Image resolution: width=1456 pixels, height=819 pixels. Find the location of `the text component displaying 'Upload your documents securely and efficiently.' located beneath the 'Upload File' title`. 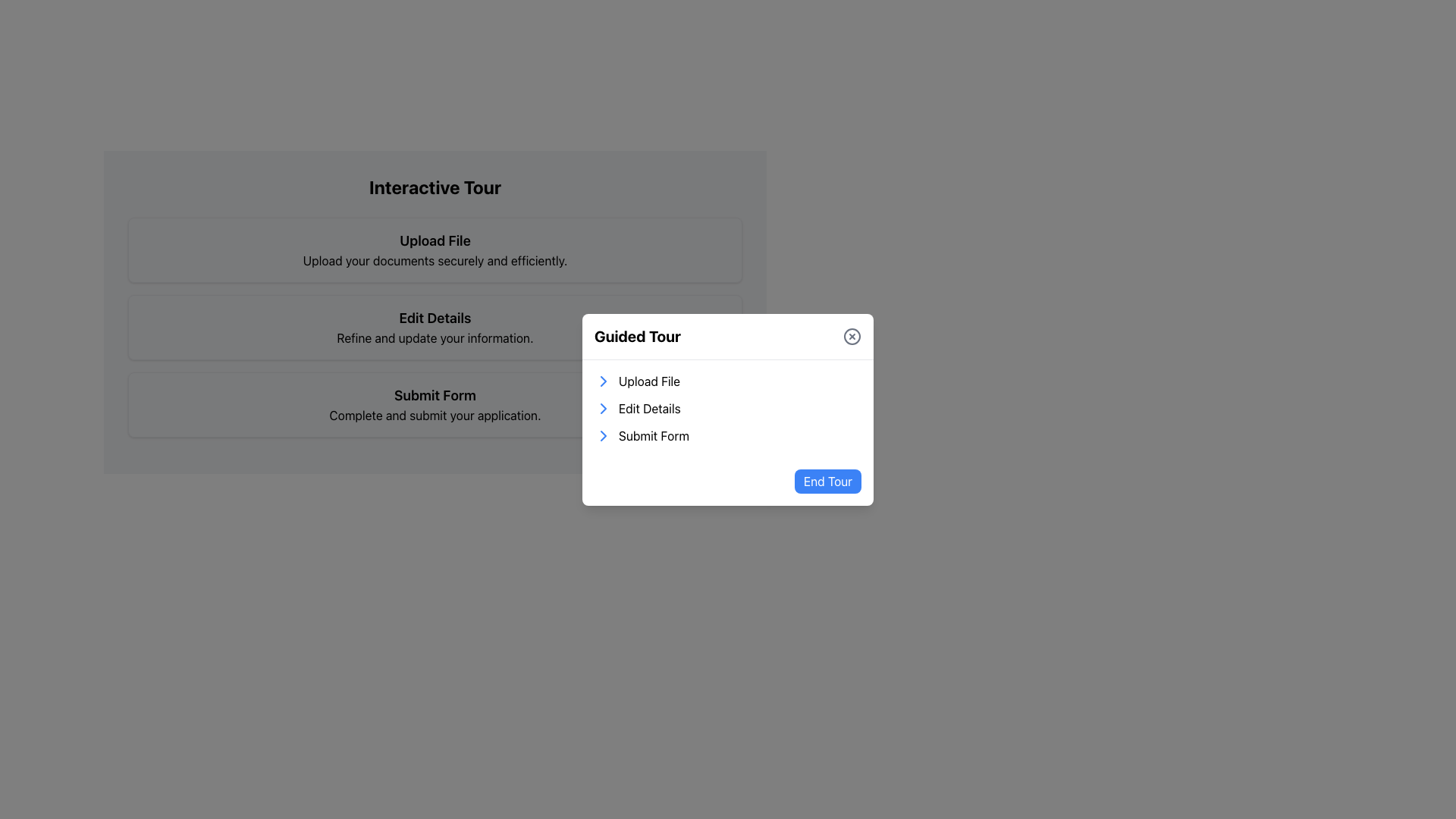

the text component displaying 'Upload your documents securely and efficiently.' located beneath the 'Upload File' title is located at coordinates (435, 259).